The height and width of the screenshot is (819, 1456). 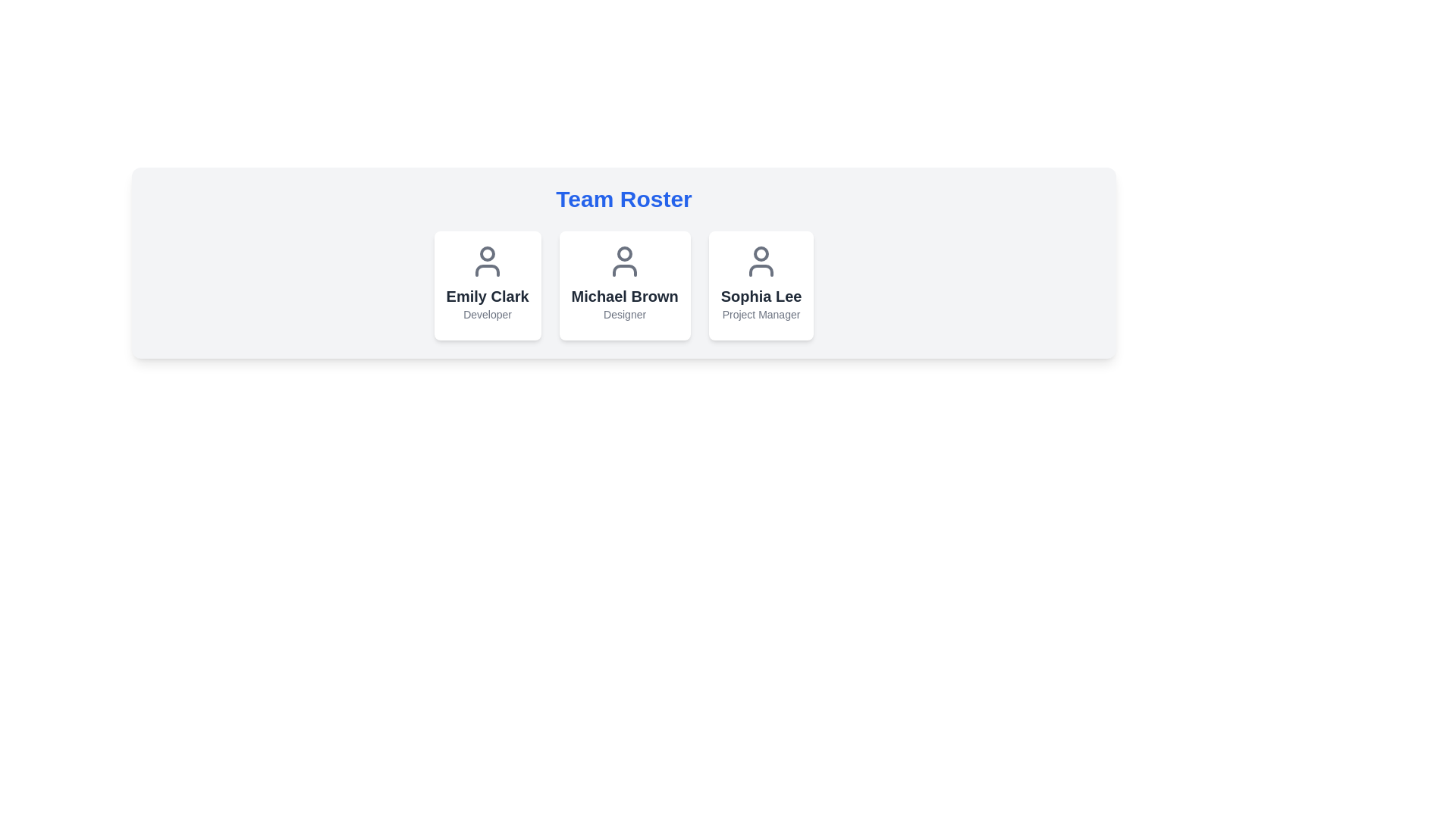 What do you see at coordinates (625, 296) in the screenshot?
I see `the text label identifying the individual as 'Michael Brown' located below the user silhouette icon in the middle card` at bounding box center [625, 296].